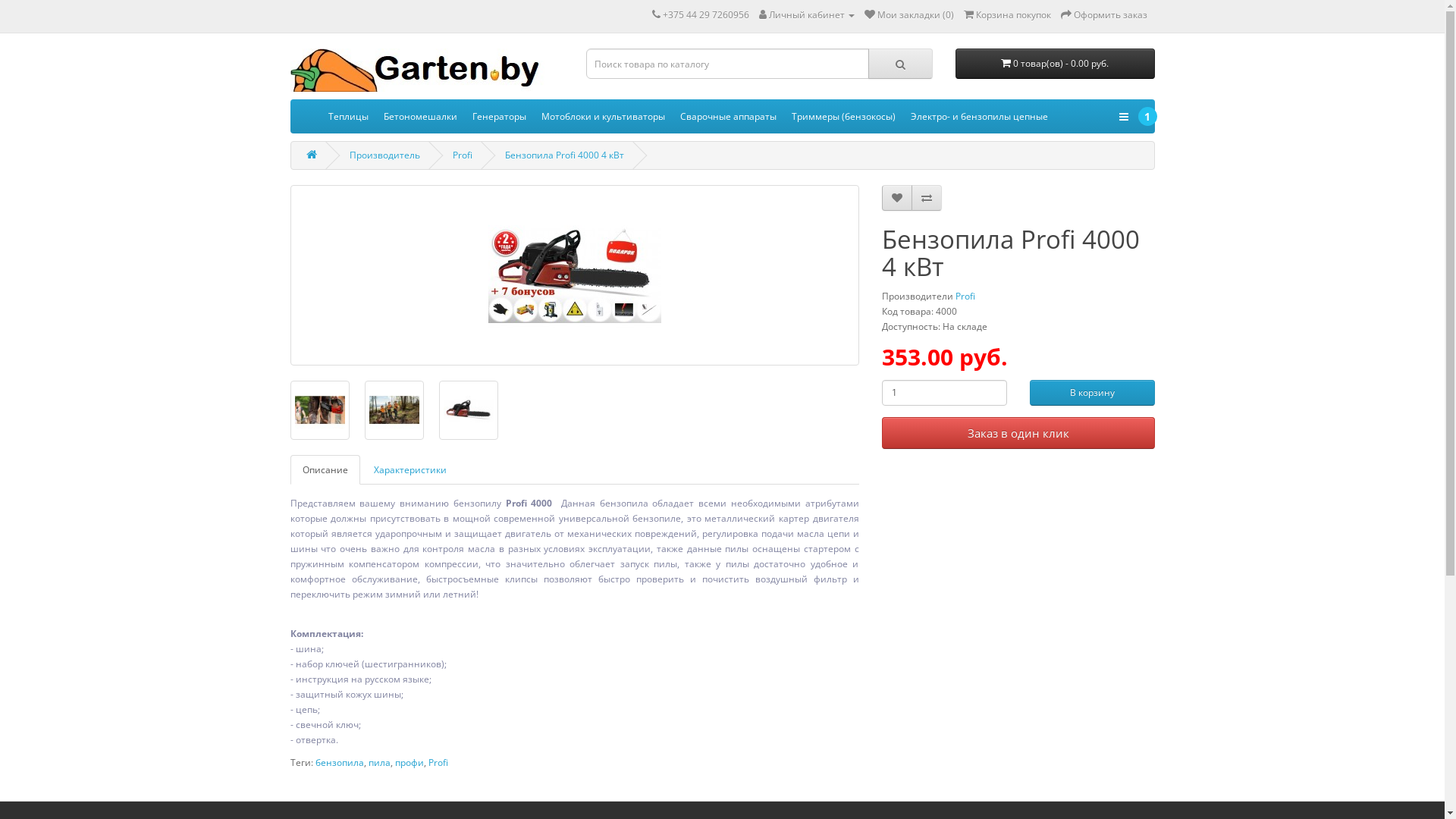 Image resolution: width=1456 pixels, height=819 pixels. What do you see at coordinates (436, 762) in the screenshot?
I see `'Profi'` at bounding box center [436, 762].